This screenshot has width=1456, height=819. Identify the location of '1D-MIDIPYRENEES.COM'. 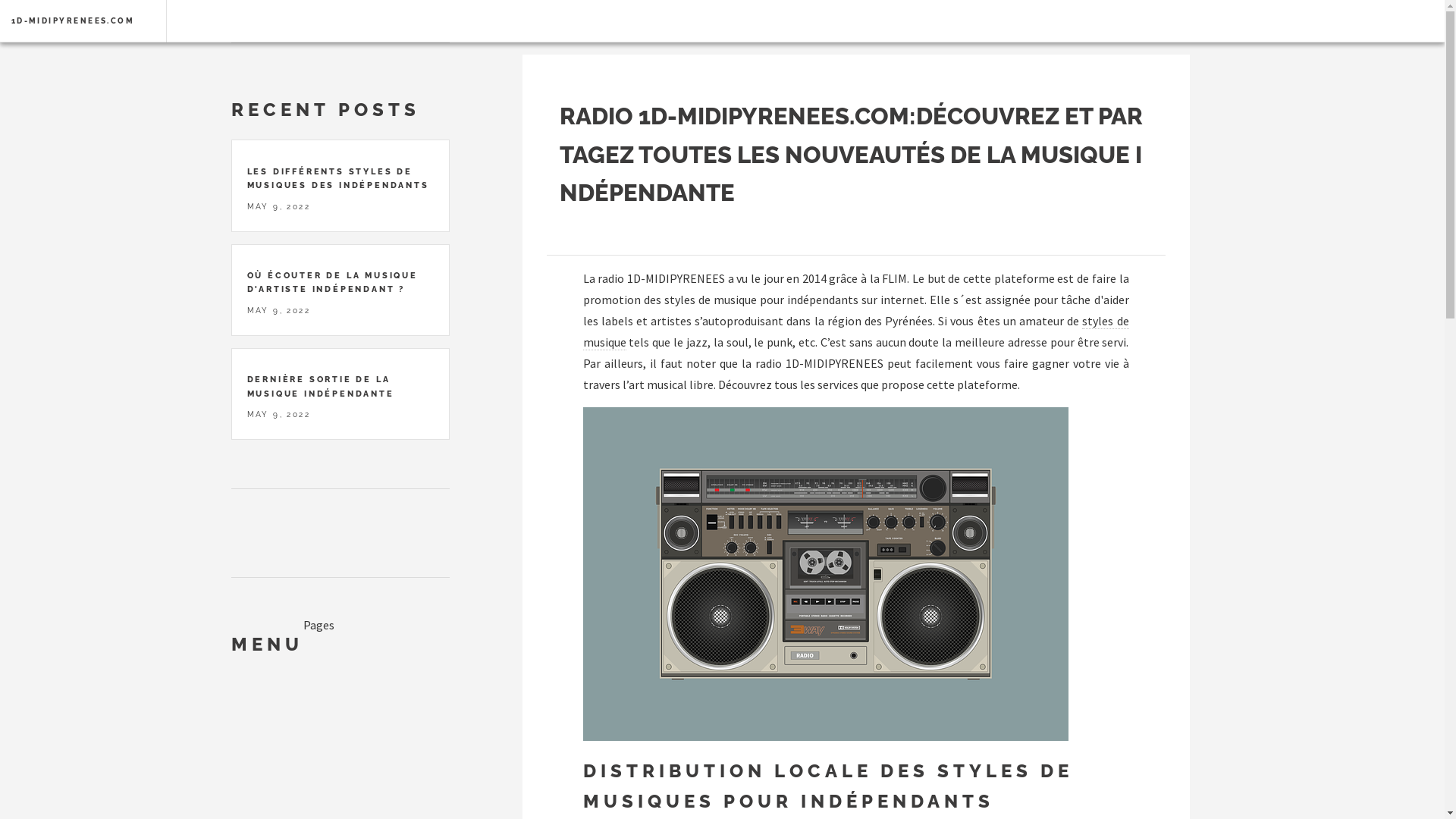
(72, 20).